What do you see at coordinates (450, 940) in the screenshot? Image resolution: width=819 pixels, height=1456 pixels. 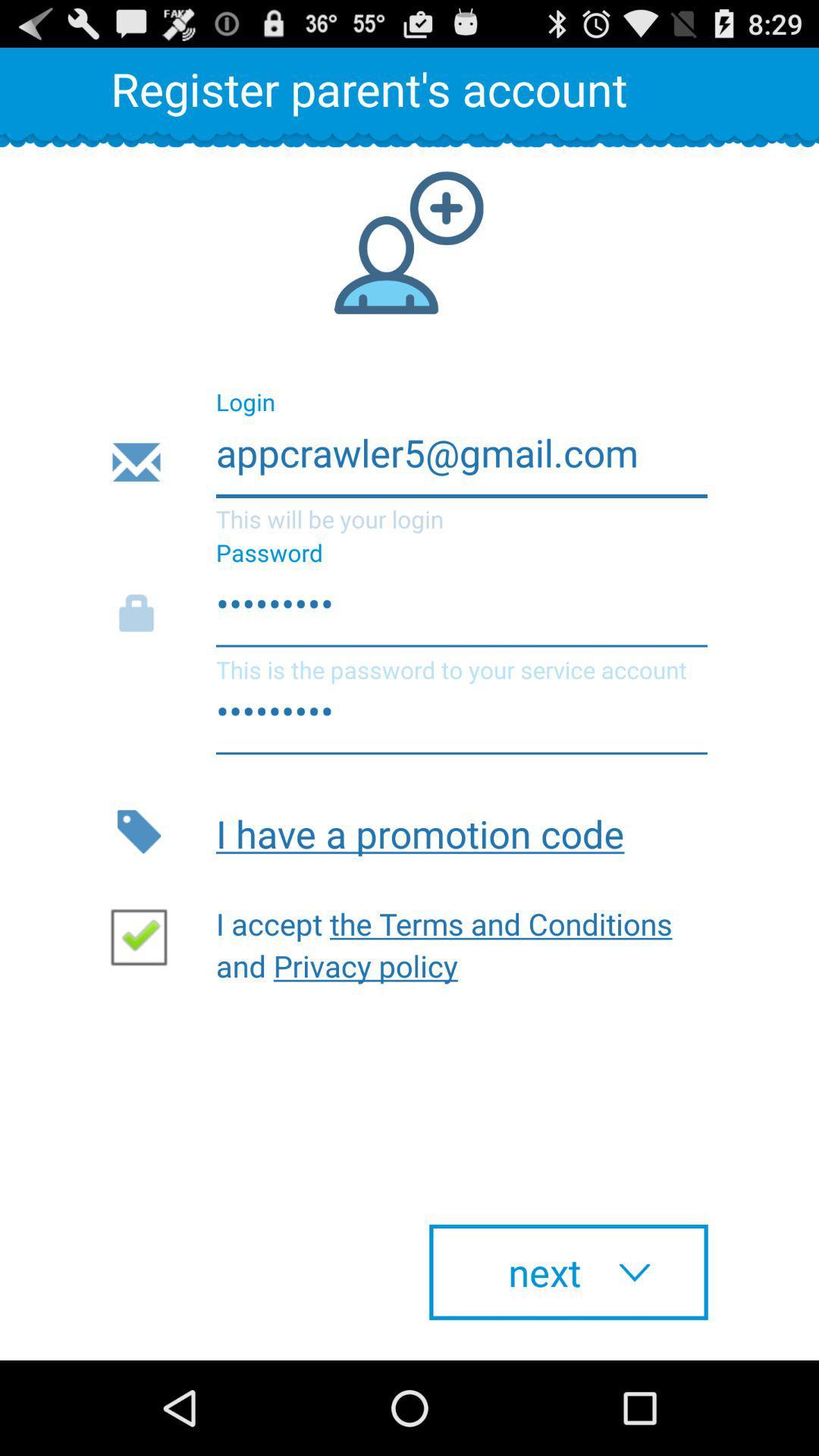 I see `button above the next item` at bounding box center [450, 940].